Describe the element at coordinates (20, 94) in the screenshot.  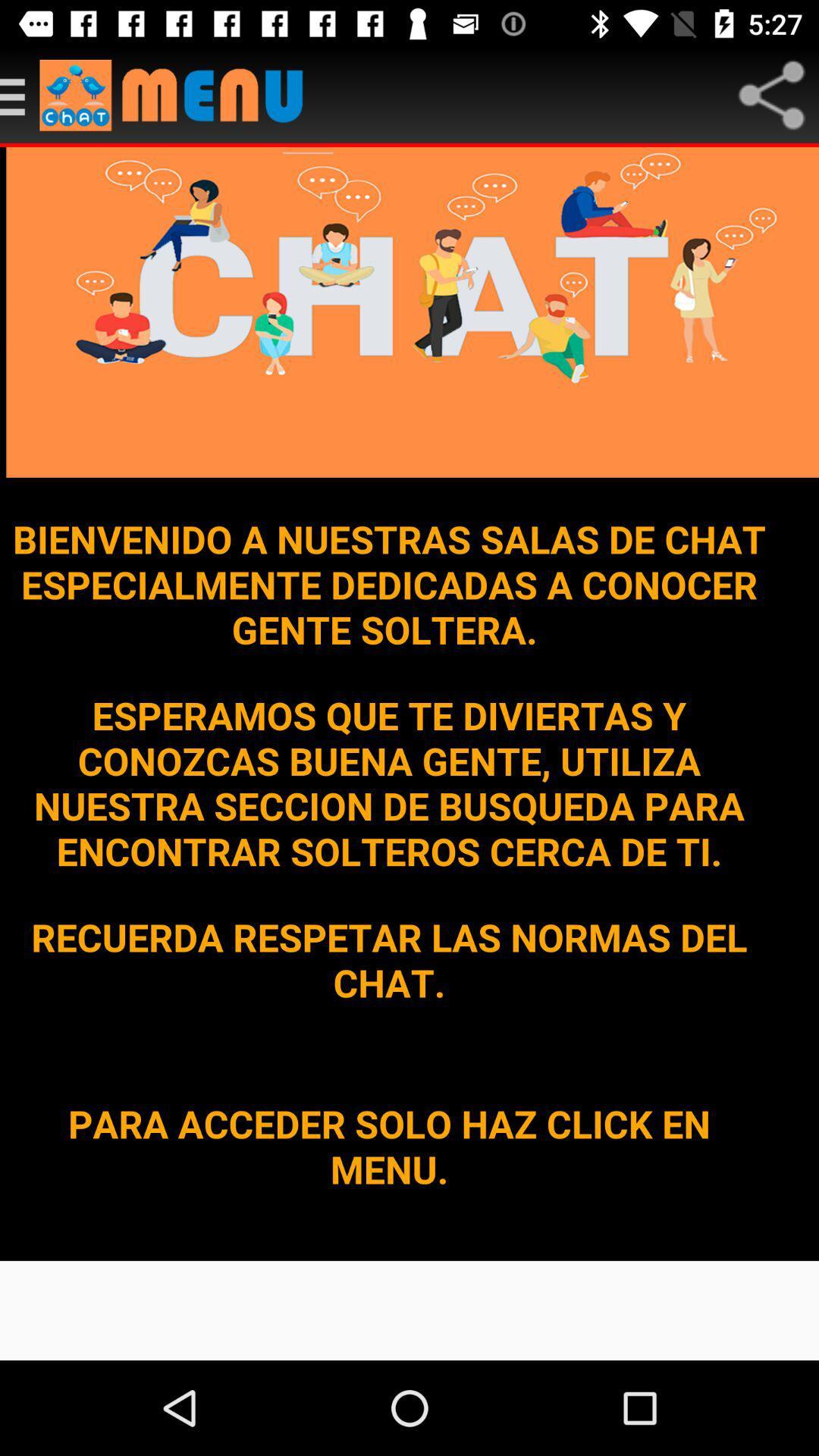
I see `the menu icon` at that location.